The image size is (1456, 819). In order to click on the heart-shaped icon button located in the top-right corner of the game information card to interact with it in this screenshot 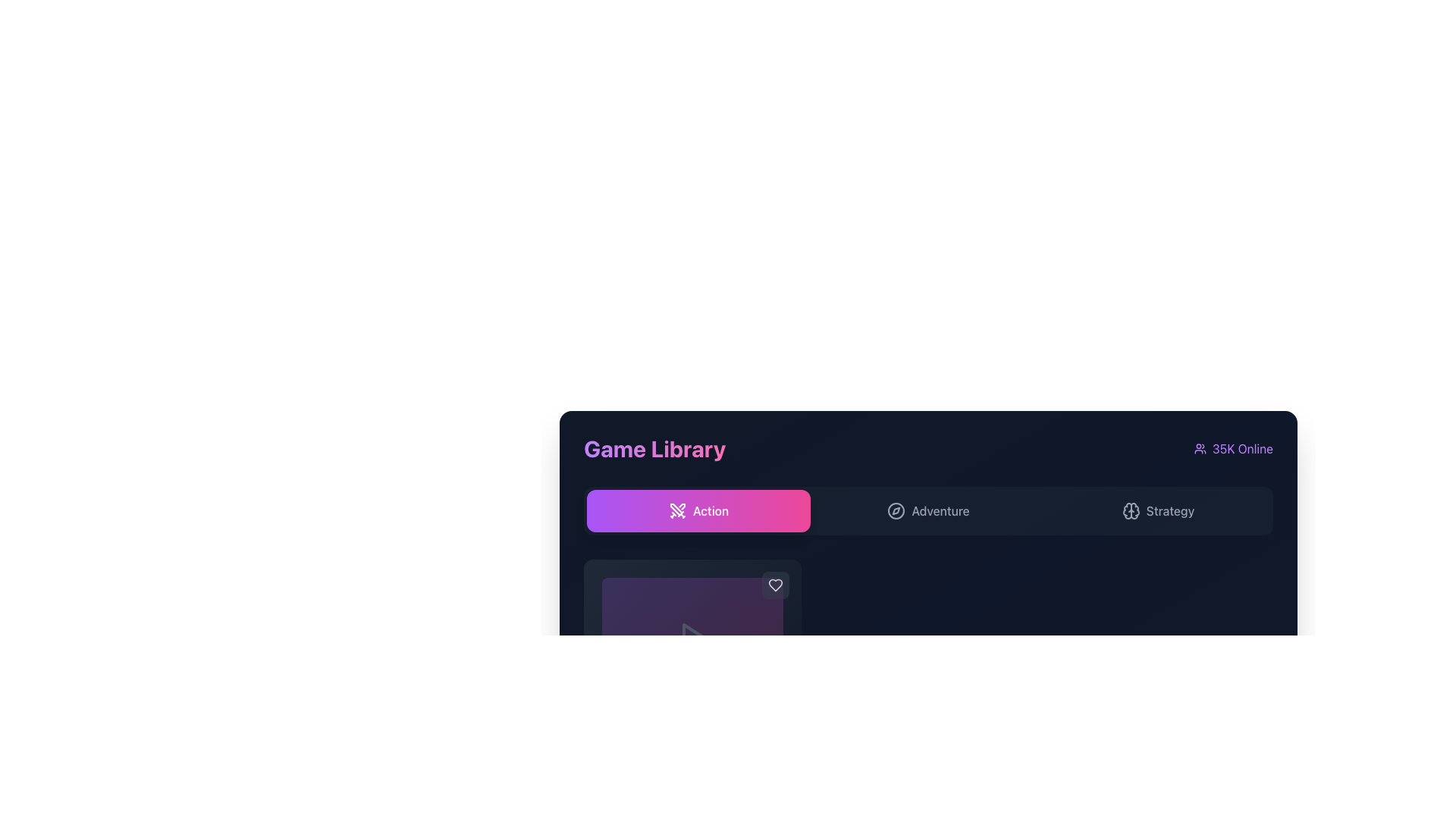, I will do `click(775, 584)`.